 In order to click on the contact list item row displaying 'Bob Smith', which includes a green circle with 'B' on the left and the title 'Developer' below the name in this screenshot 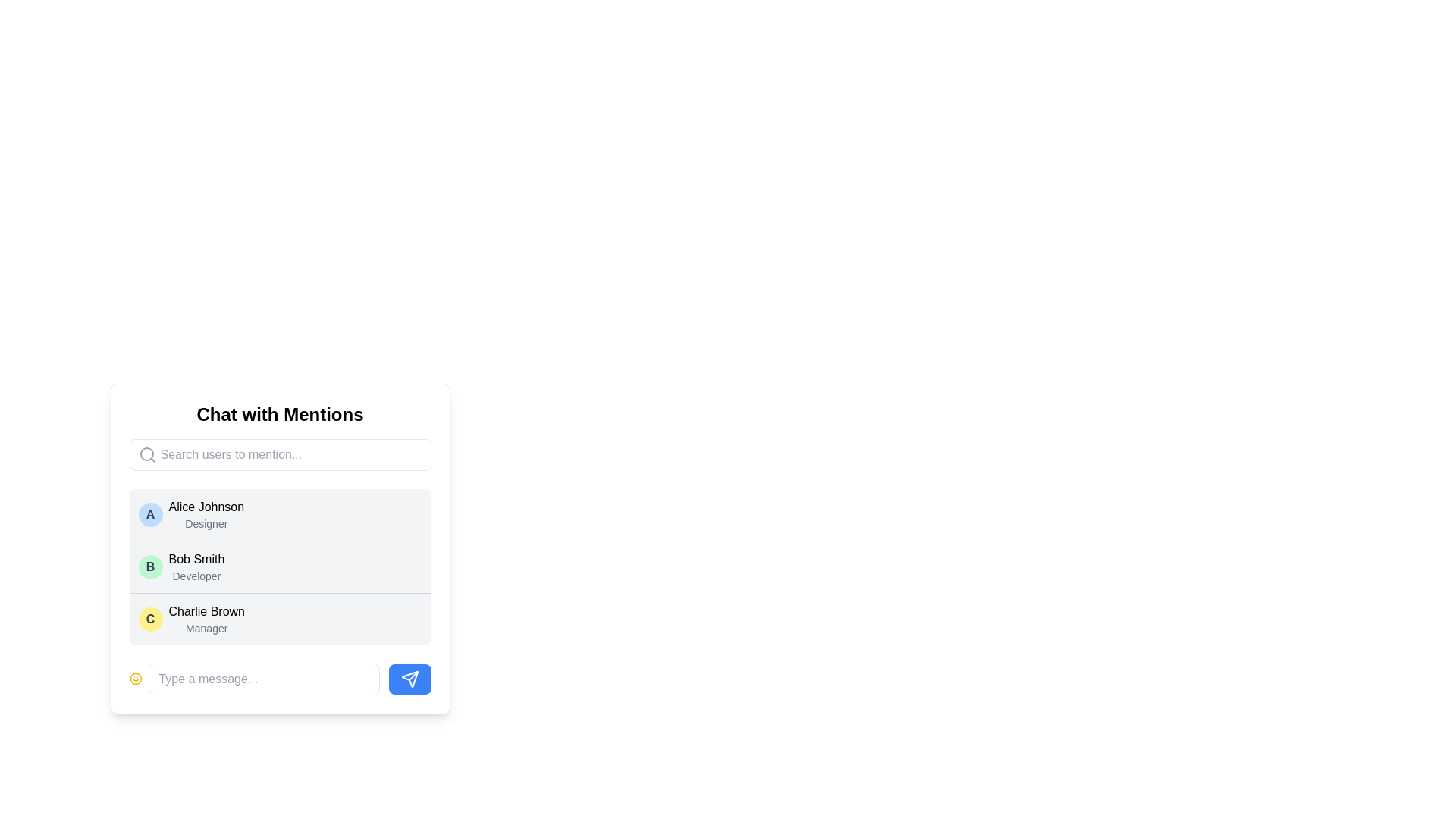, I will do `click(280, 567)`.